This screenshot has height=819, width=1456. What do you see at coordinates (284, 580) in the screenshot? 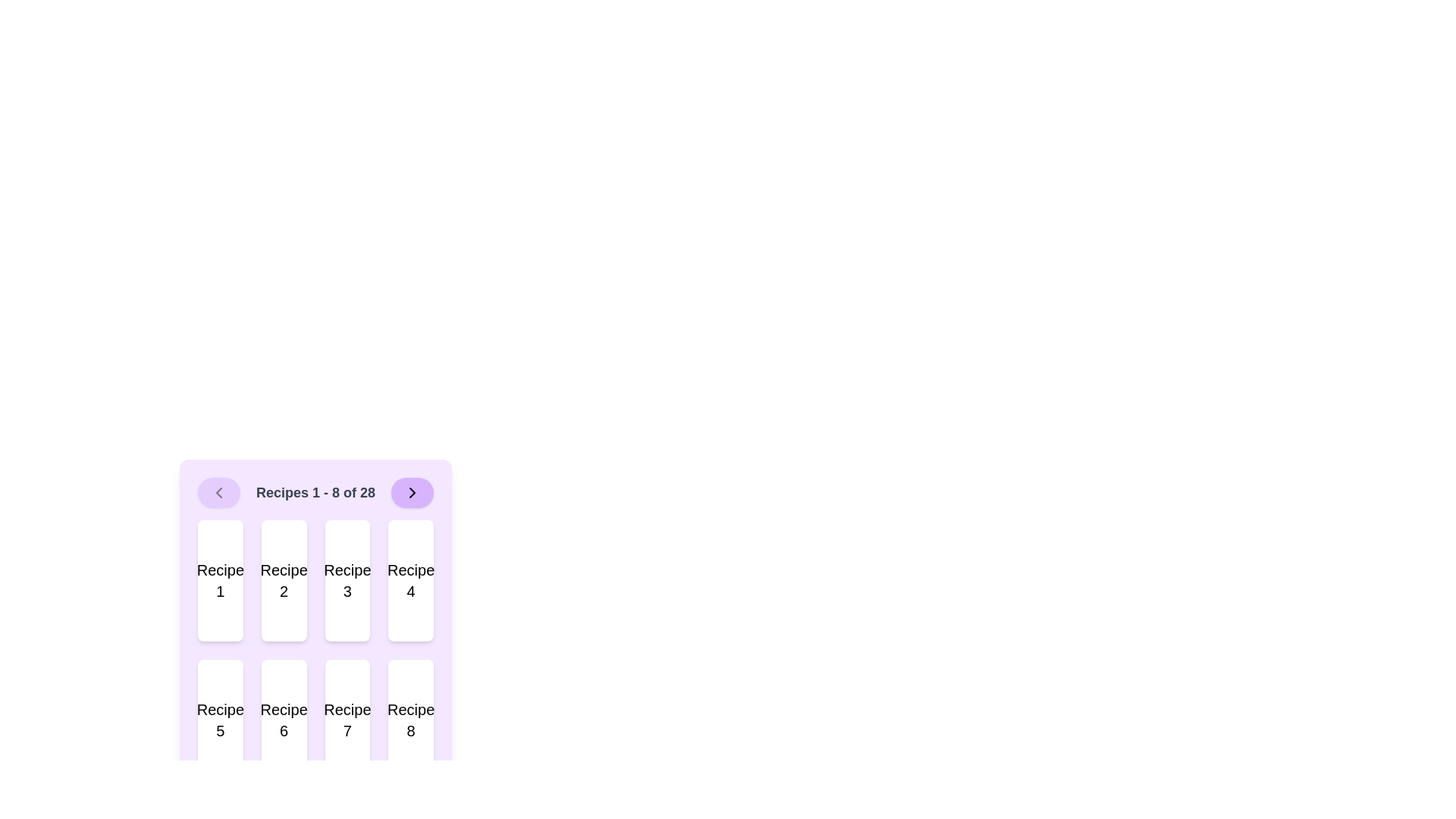
I see `text 'Recipe 2' from the centered text label within the second card of the grid layout` at bounding box center [284, 580].